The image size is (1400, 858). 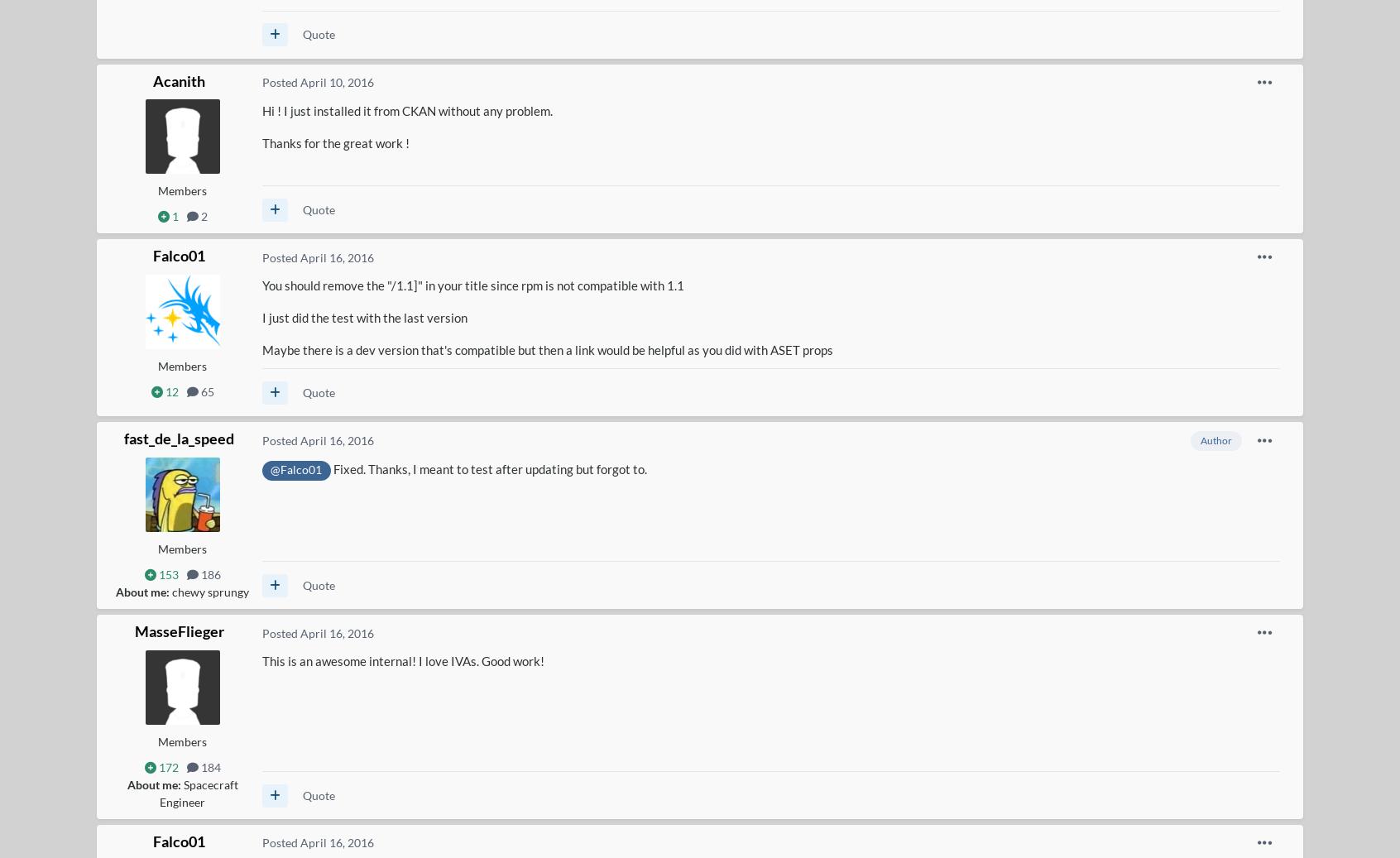 What do you see at coordinates (205, 391) in the screenshot?
I see `'65'` at bounding box center [205, 391].